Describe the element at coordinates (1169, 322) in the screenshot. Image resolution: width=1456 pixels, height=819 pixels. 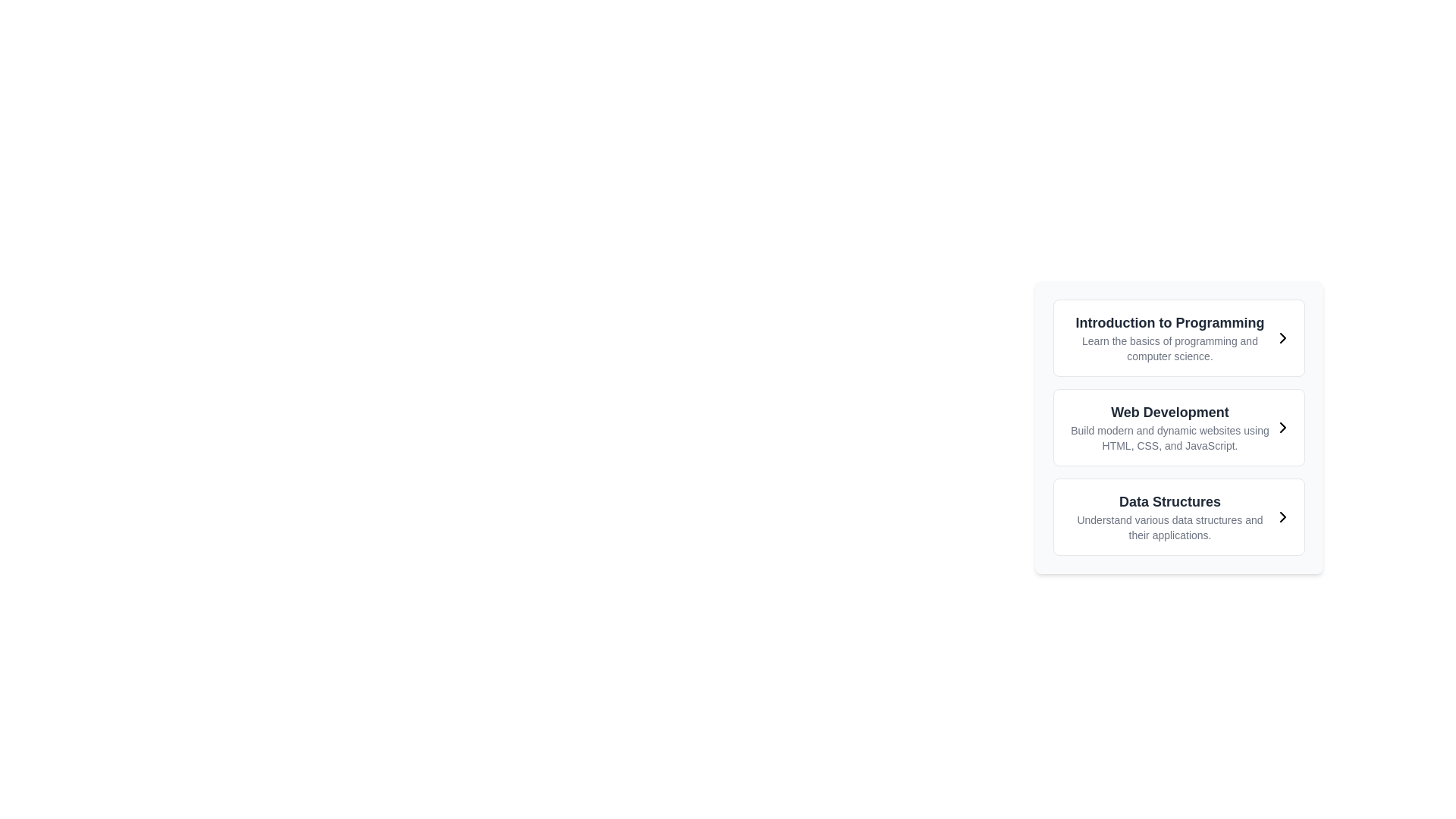
I see `the static text label or heading that serves as the main title for the menu item, located at the top-left of the menu box in the central UI region` at that location.